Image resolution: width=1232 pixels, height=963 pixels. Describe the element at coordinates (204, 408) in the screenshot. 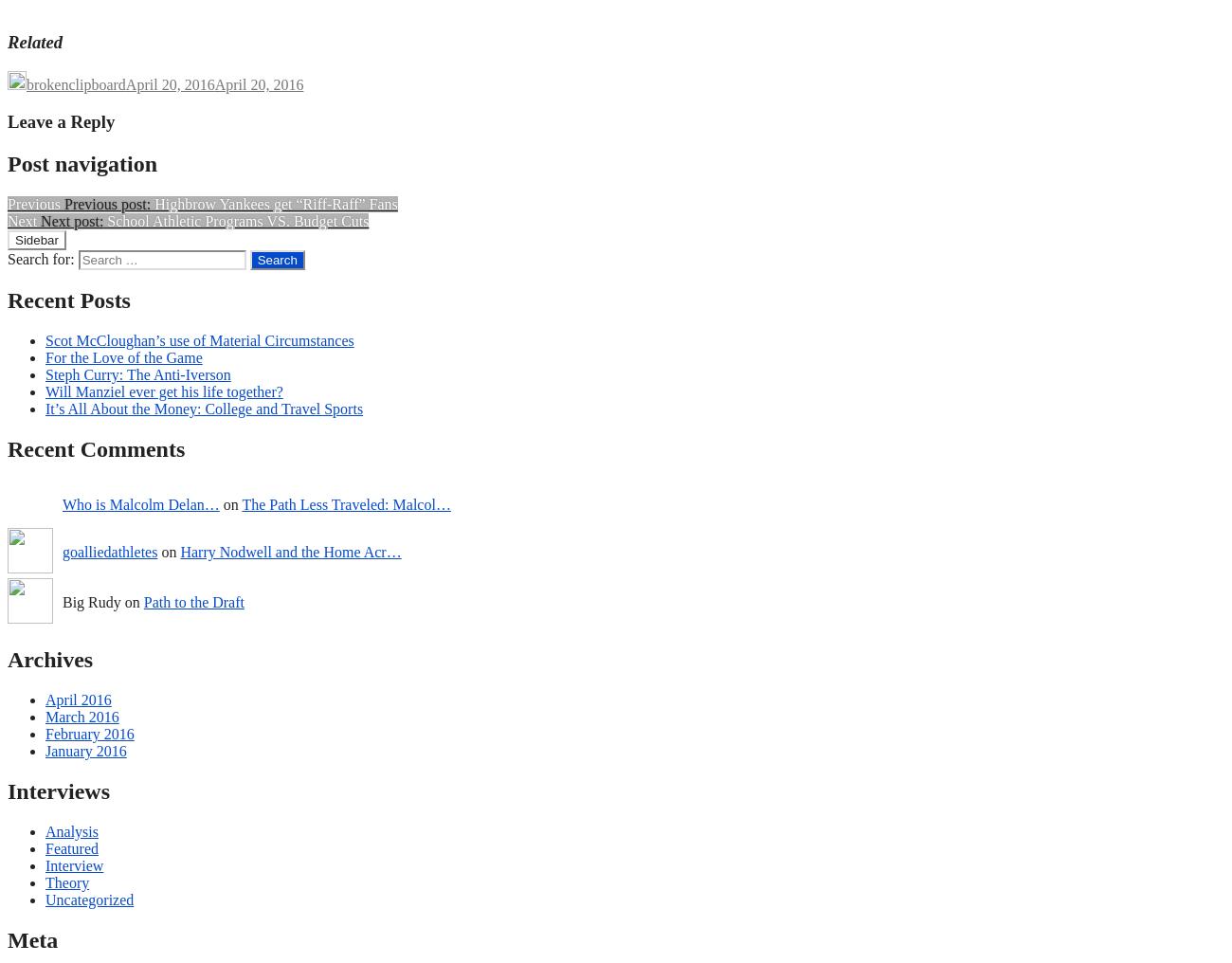

I see `'It’s All About the Money: College and Travel Sports'` at that location.